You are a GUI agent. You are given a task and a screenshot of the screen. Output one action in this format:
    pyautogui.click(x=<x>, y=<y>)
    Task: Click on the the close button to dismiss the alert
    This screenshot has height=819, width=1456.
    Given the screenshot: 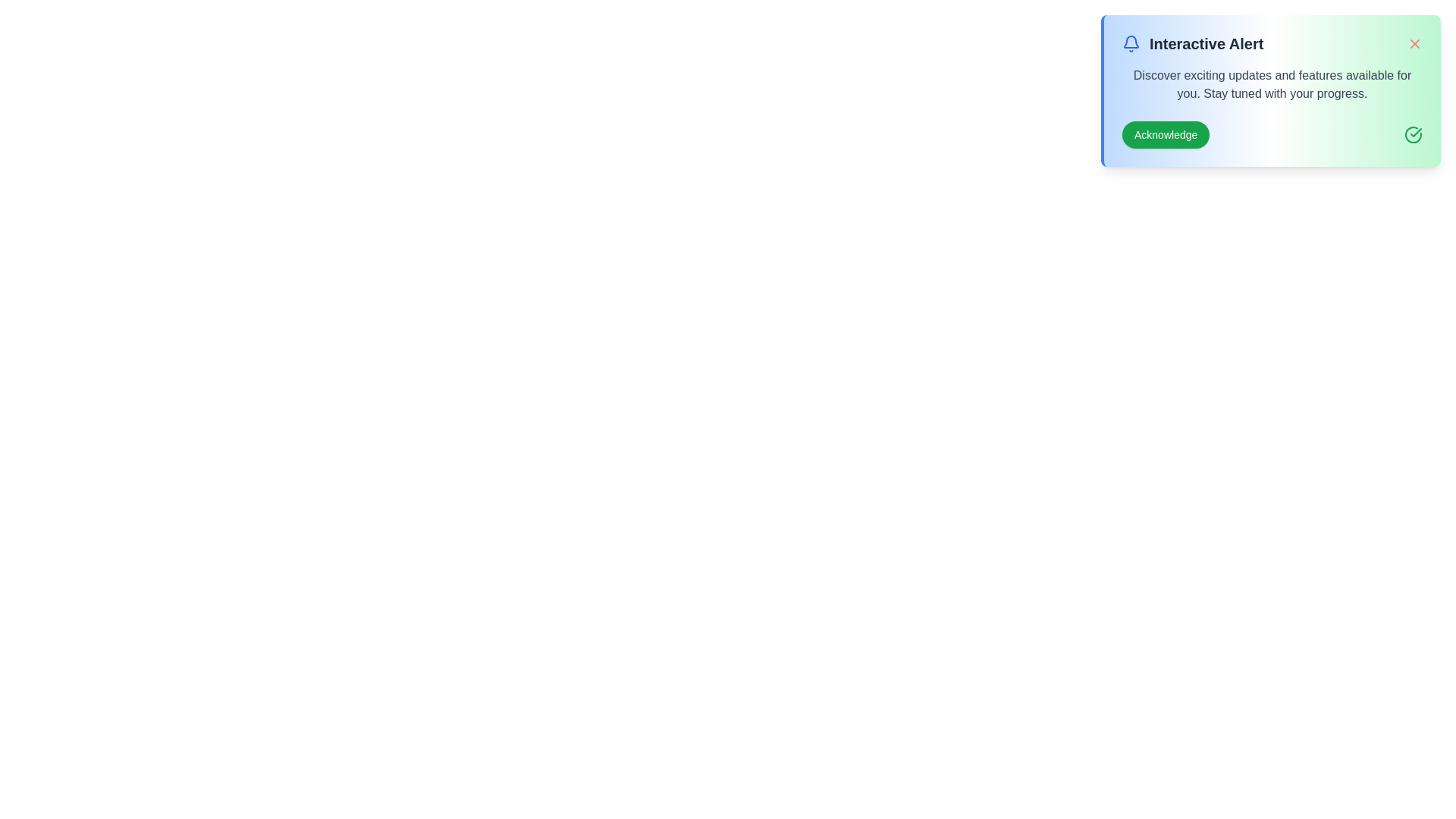 What is the action you would take?
    pyautogui.click(x=1414, y=42)
    